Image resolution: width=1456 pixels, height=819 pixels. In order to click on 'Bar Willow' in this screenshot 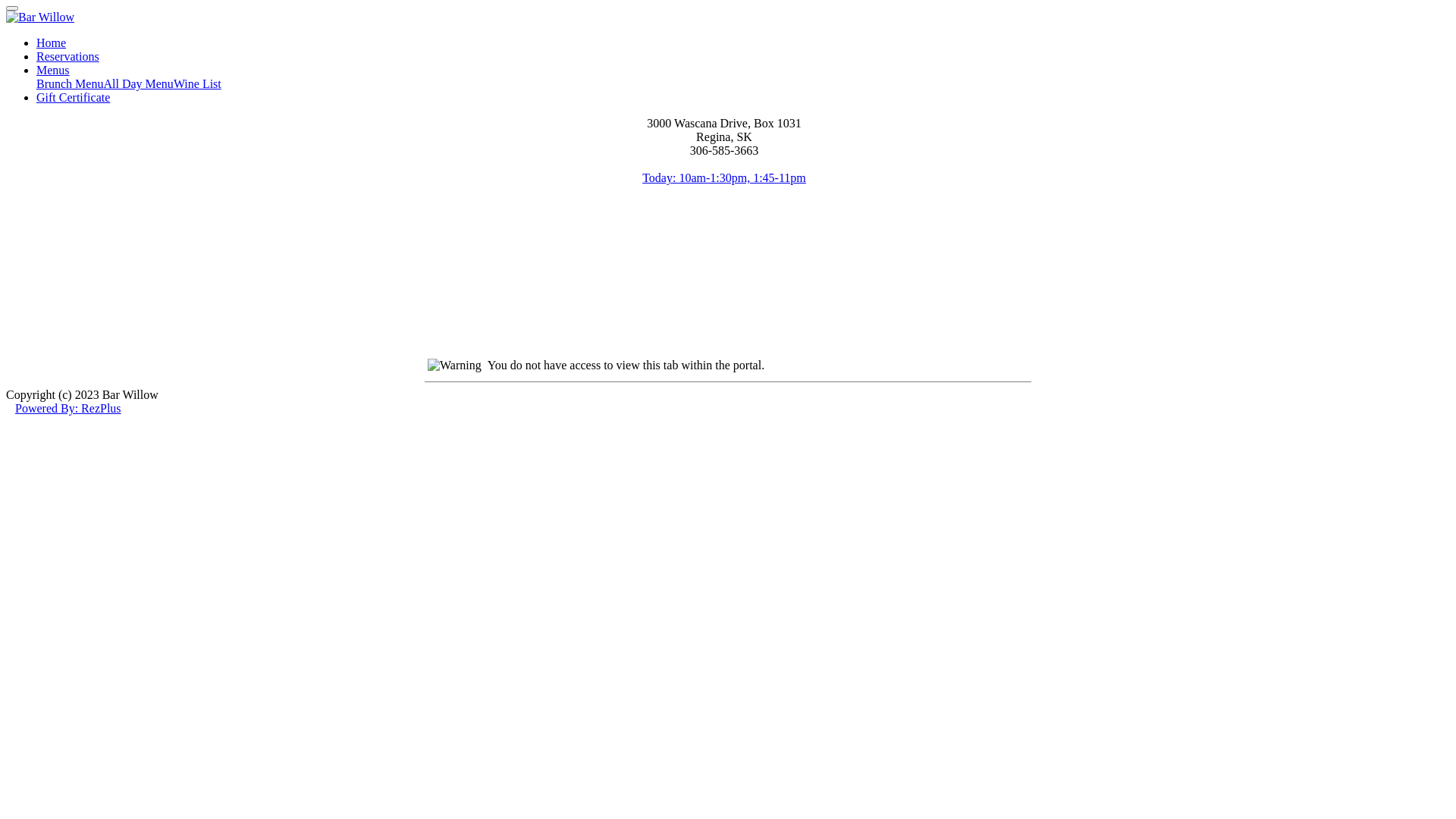, I will do `click(6, 17)`.